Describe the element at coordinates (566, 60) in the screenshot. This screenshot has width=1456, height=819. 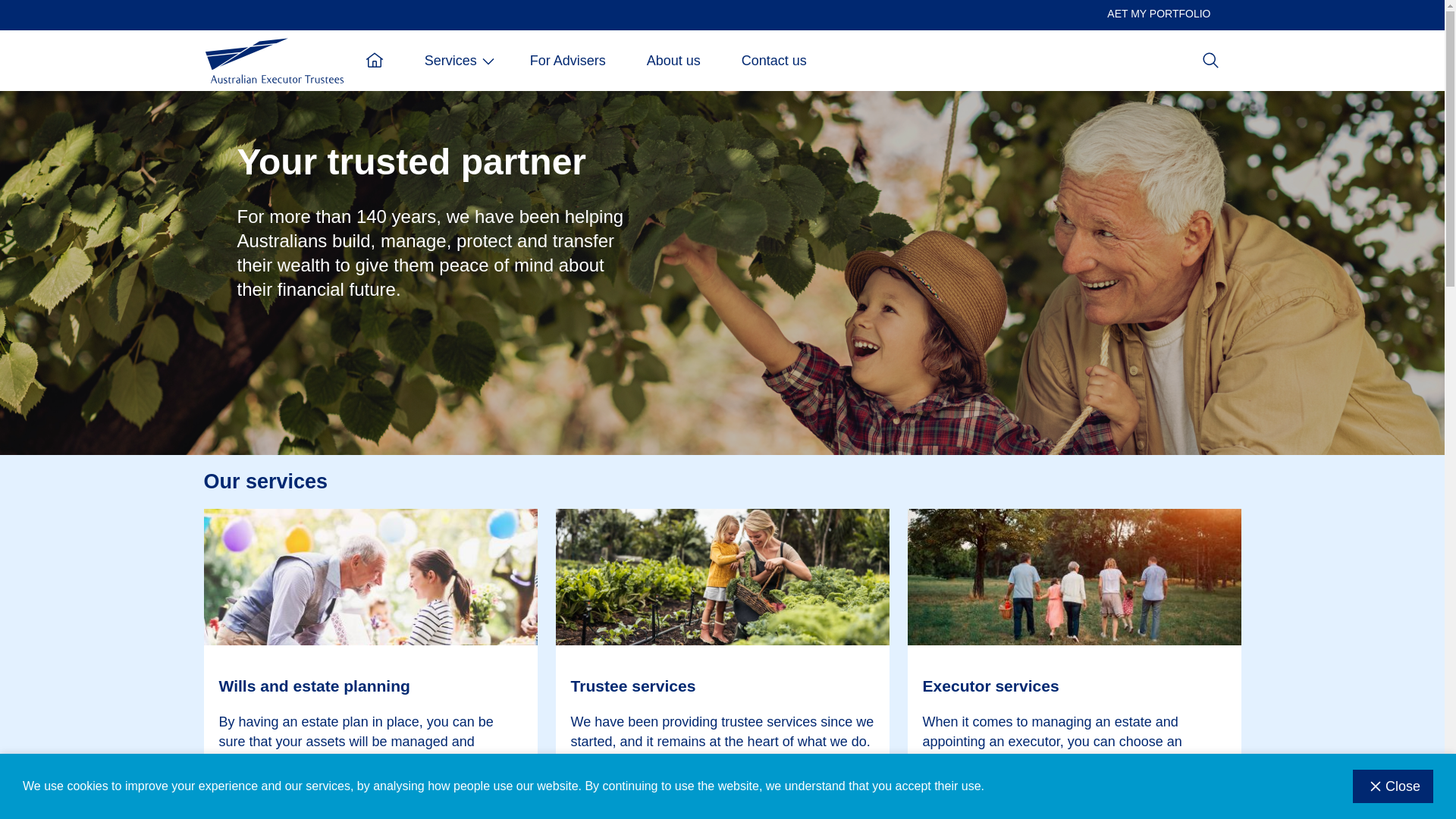
I see `'For Advisers'` at that location.